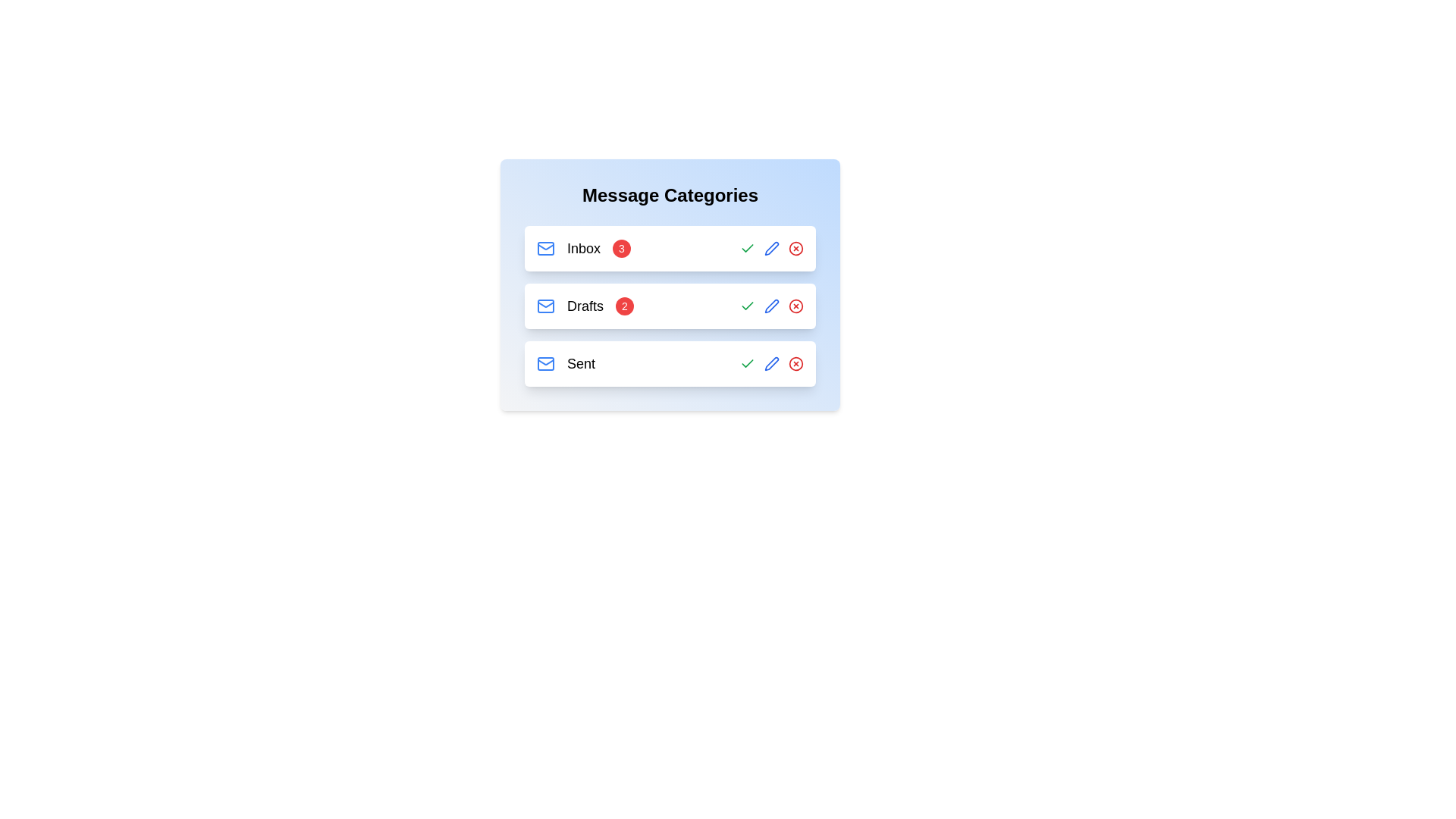  I want to click on the category label Drafts by clicking on it, so click(585, 306).